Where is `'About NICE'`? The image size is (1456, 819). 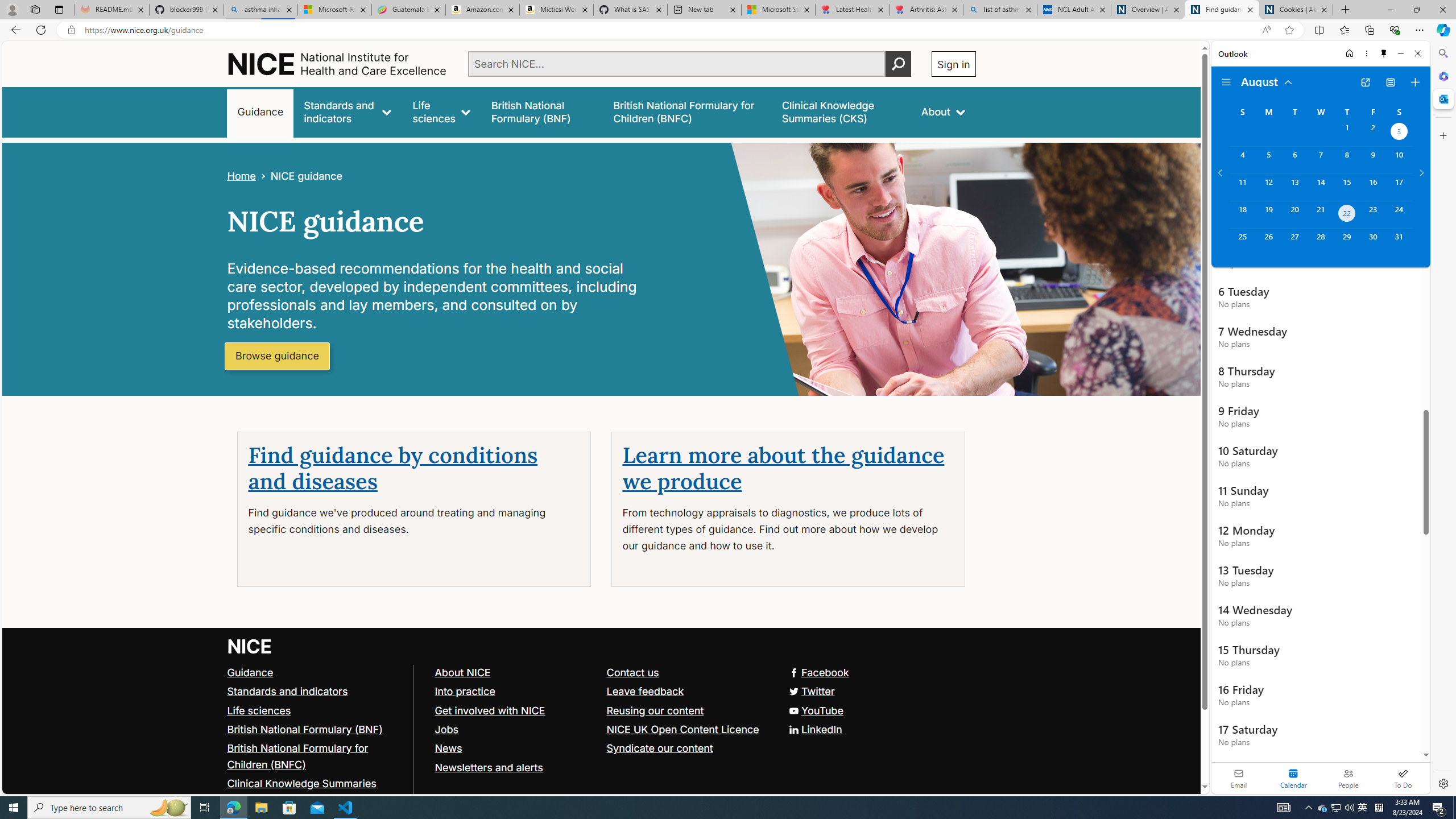
'About NICE' is located at coordinates (461, 671).